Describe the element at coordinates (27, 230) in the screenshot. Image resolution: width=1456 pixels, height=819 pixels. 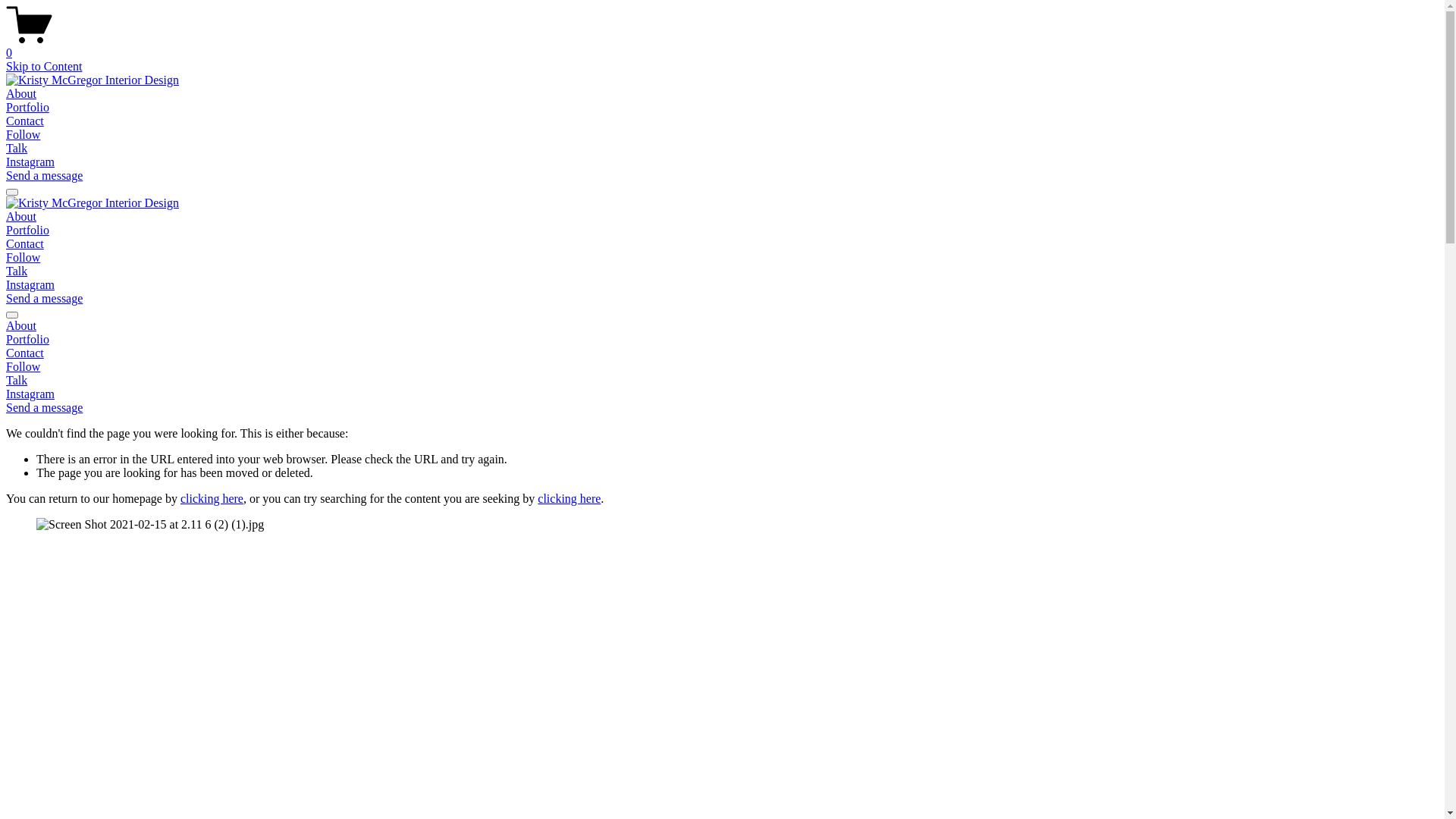
I see `'Portfolio'` at that location.